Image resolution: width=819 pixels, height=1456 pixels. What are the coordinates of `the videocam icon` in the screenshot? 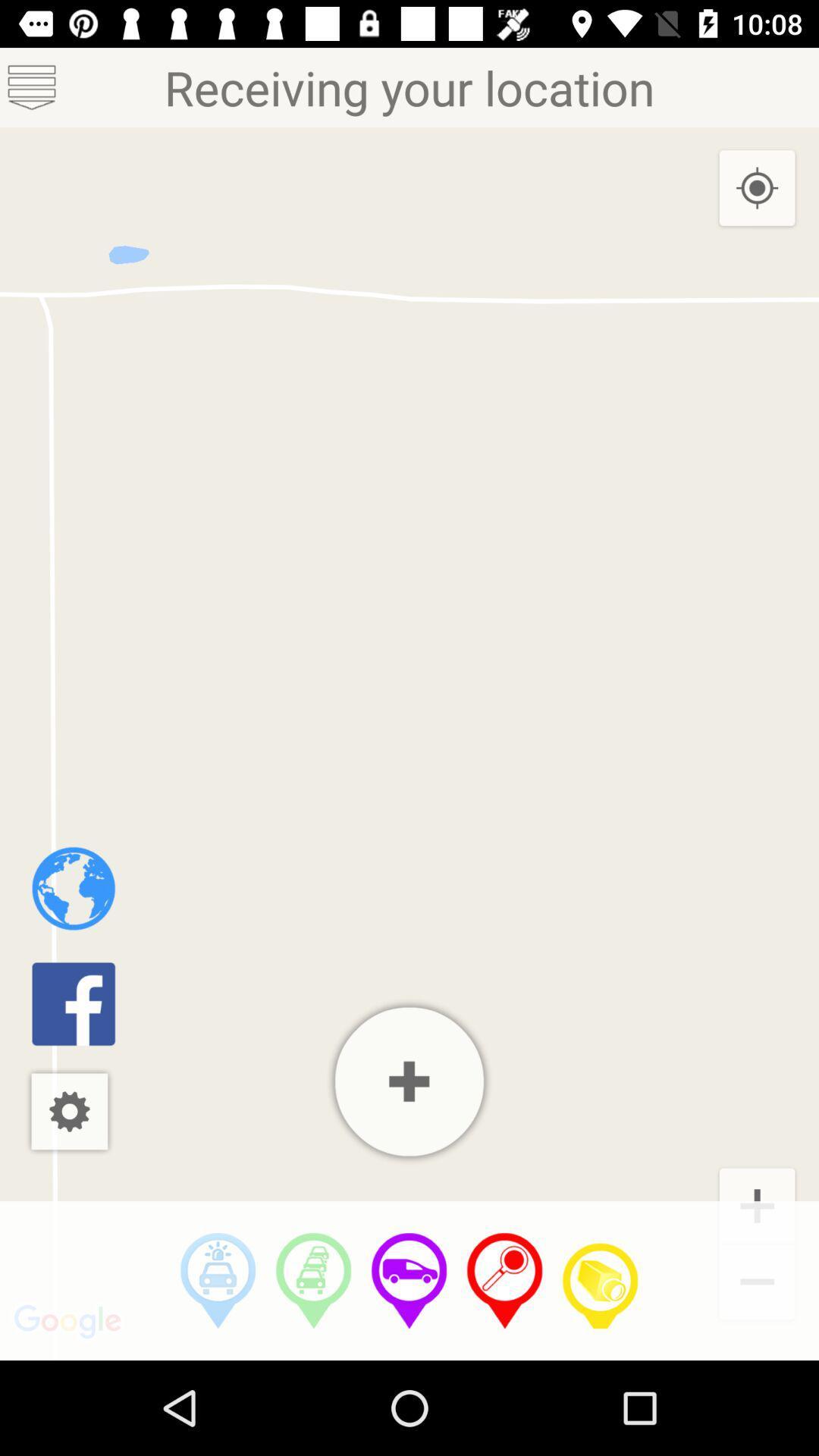 It's located at (599, 1280).